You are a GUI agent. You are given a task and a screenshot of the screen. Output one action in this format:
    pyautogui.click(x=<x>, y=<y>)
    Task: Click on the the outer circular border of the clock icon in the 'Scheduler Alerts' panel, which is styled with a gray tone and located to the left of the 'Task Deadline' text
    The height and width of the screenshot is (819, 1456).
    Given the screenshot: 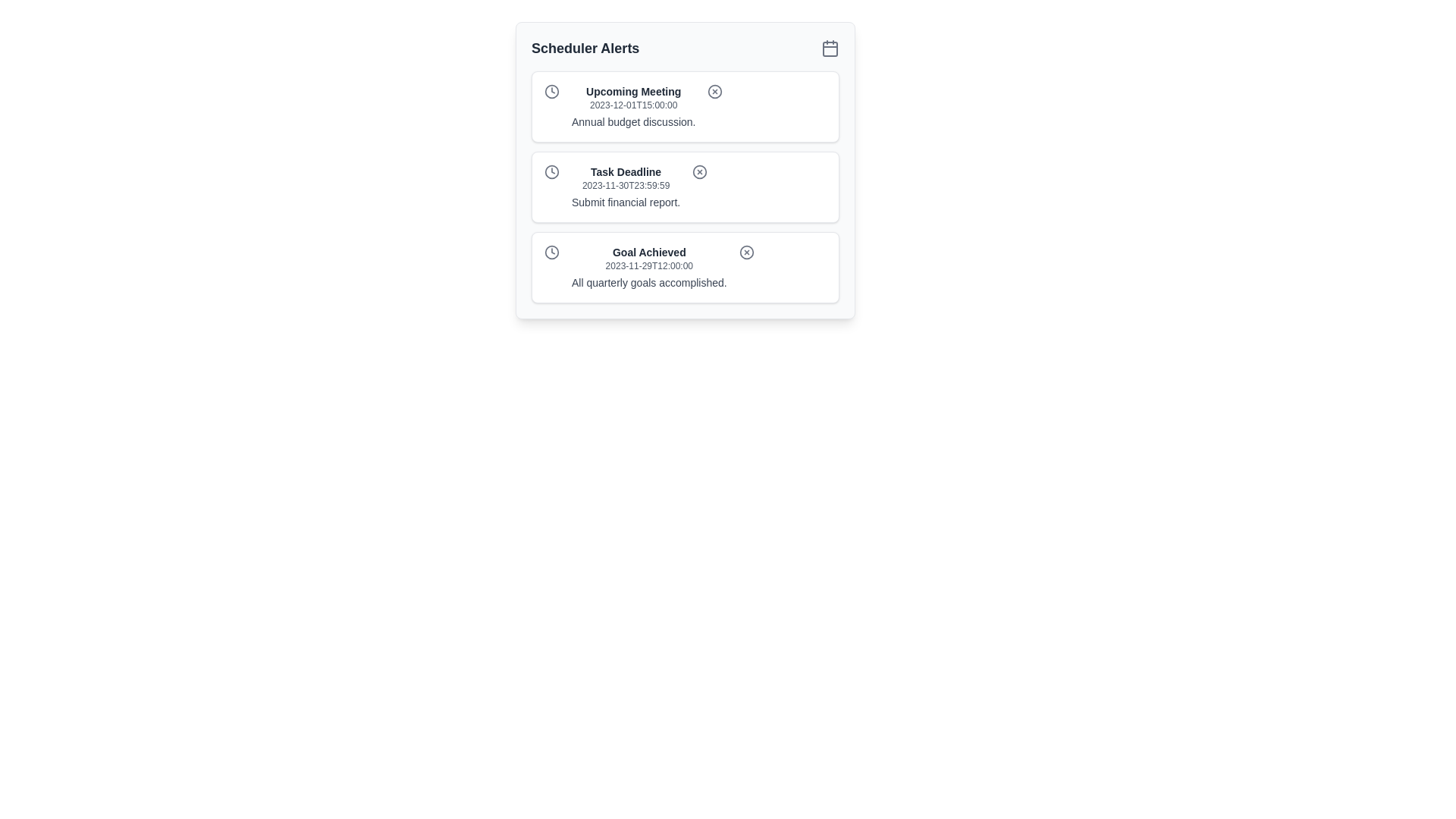 What is the action you would take?
    pyautogui.click(x=551, y=171)
    